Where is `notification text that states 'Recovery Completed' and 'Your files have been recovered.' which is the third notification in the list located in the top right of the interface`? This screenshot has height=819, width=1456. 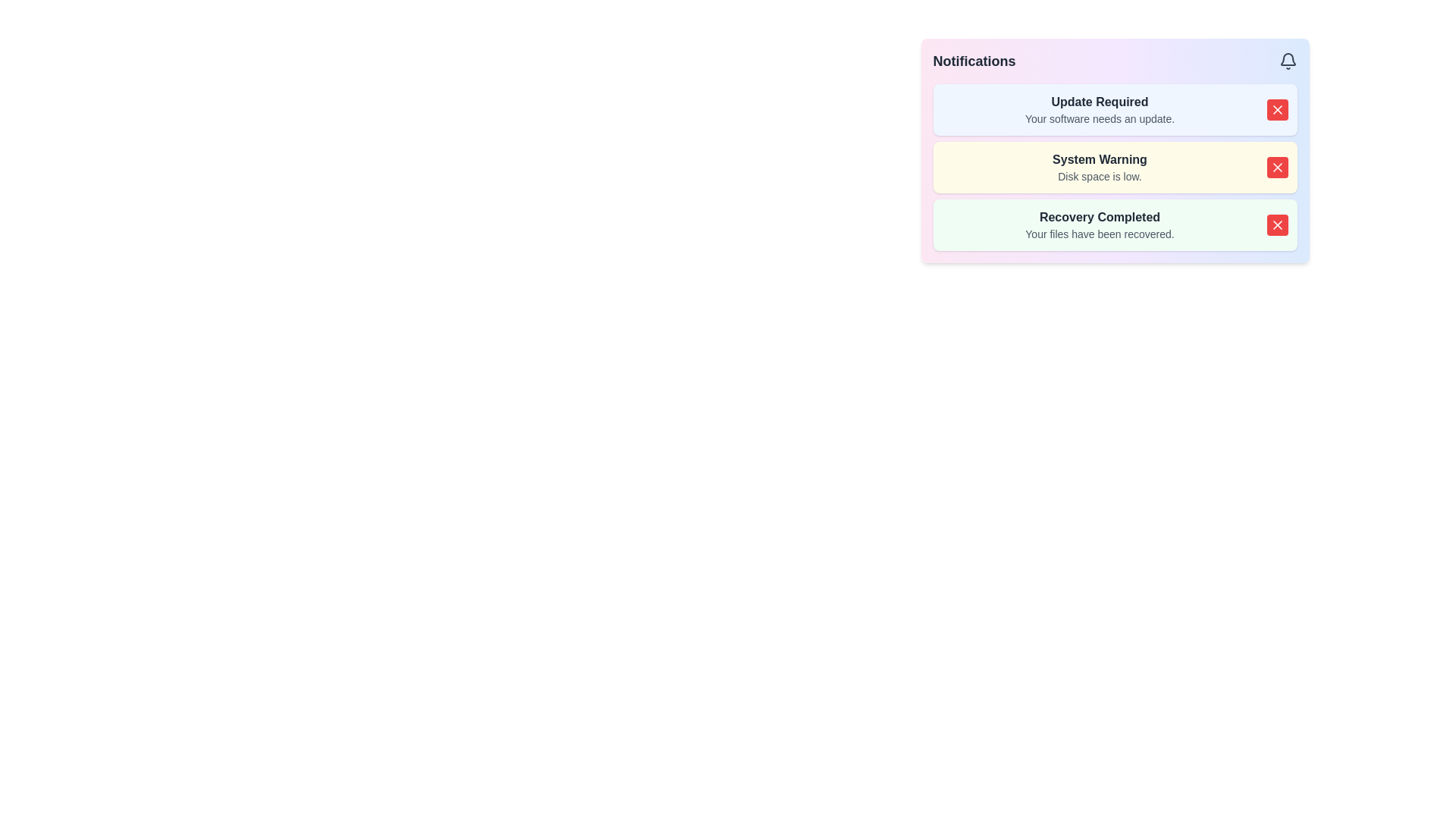
notification text that states 'Recovery Completed' and 'Your files have been recovered.' which is the third notification in the list located in the top right of the interface is located at coordinates (1100, 225).